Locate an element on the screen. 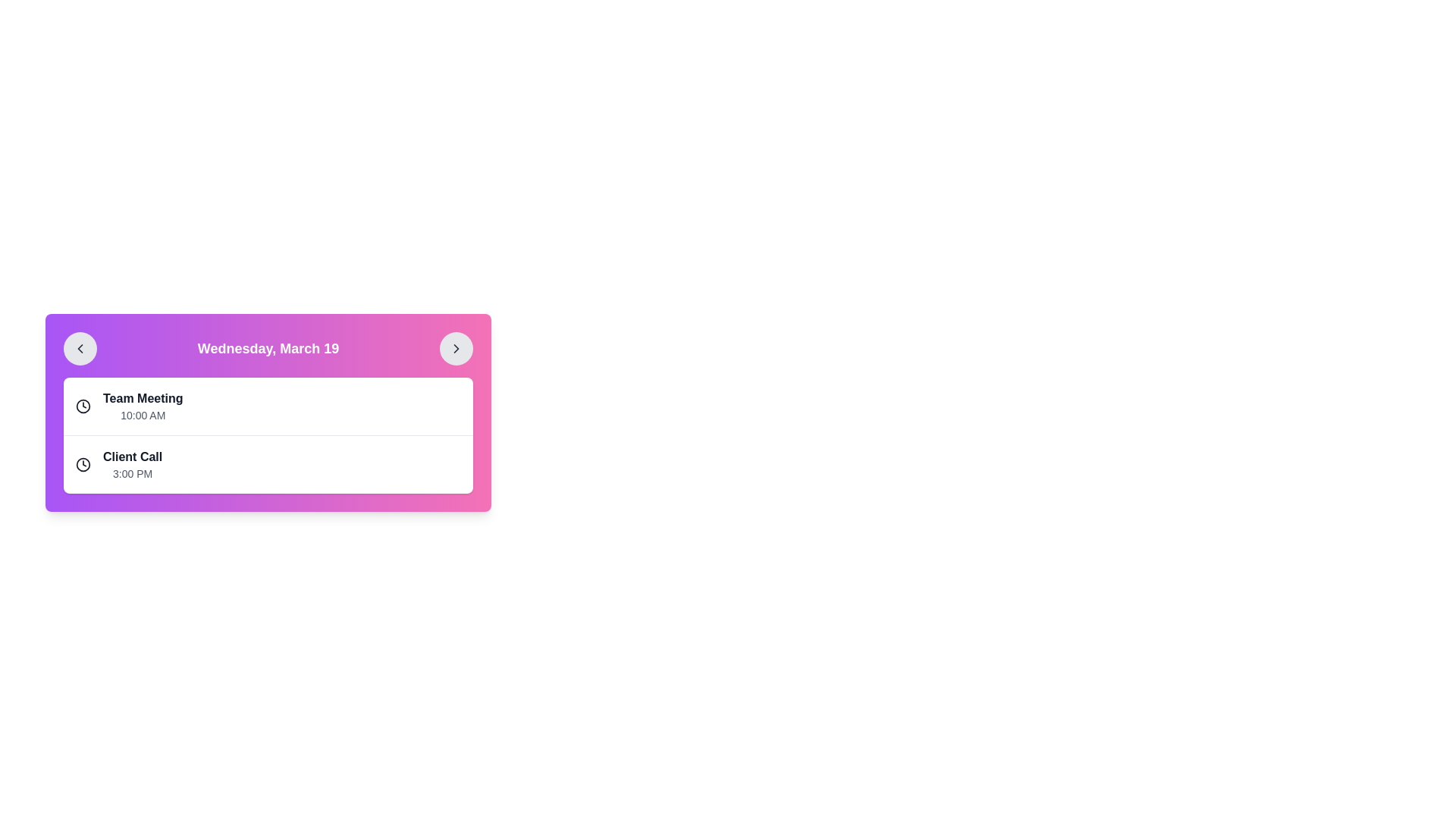 The height and width of the screenshot is (819, 1456). the clock icon located to the left of the 'Team Meeting' label and above the '10:00 AM' label, which is the first element in the list under 'Wednesday, March 19' is located at coordinates (83, 406).